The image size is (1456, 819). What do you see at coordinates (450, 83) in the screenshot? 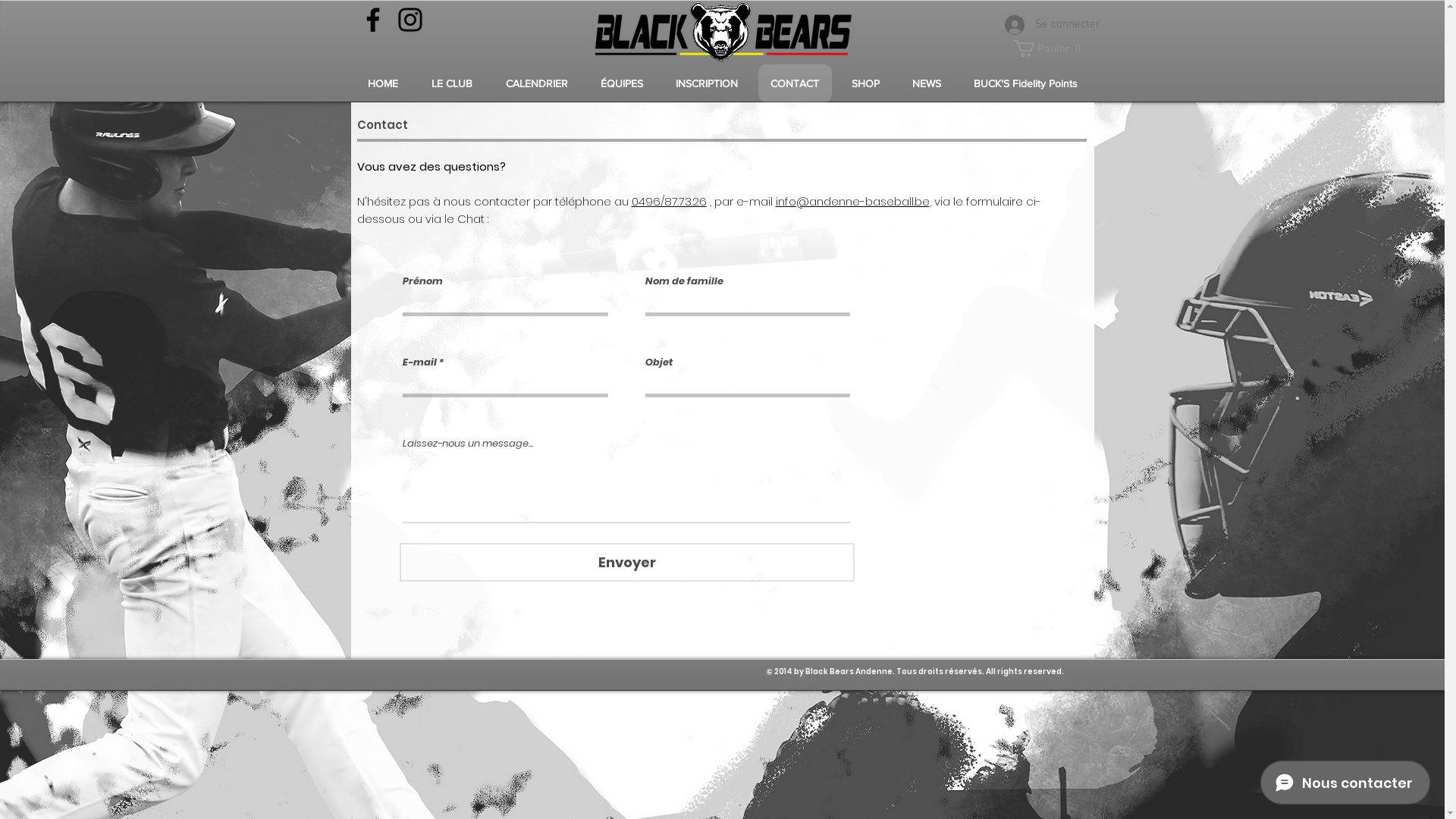
I see `'LE CLUB'` at bounding box center [450, 83].